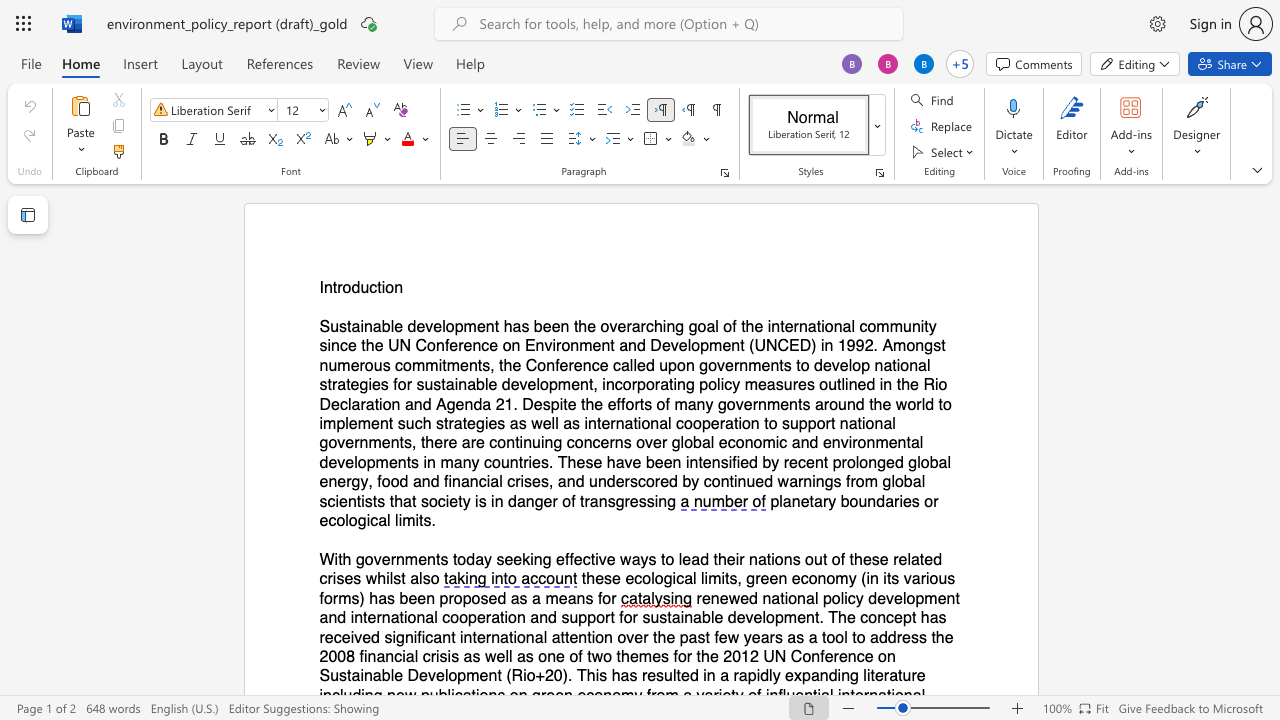  I want to click on the space between the continuous character "e" and "s" in the text, so click(910, 500).